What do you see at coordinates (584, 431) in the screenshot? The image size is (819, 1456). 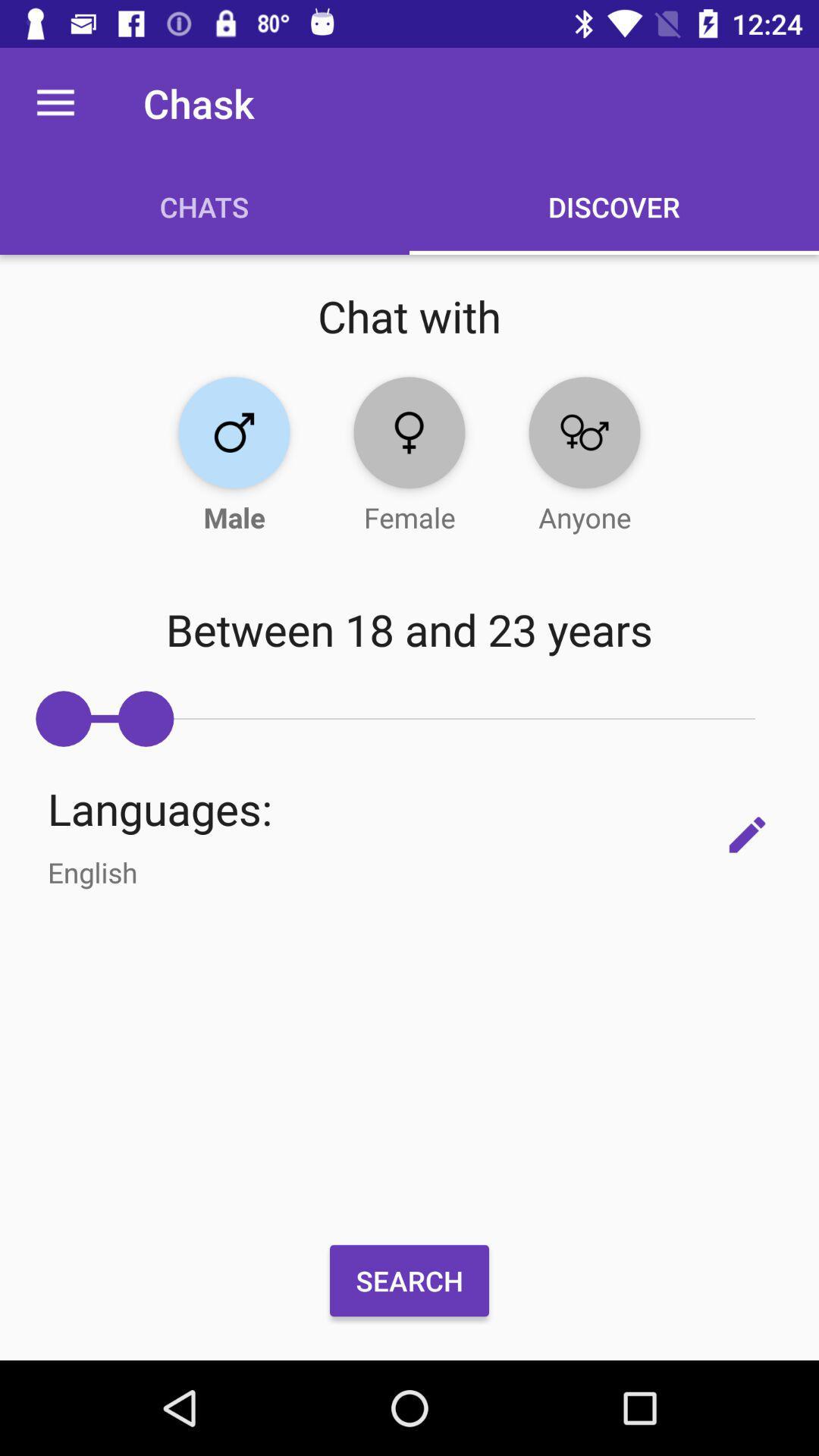 I see `chat with anyone` at bounding box center [584, 431].